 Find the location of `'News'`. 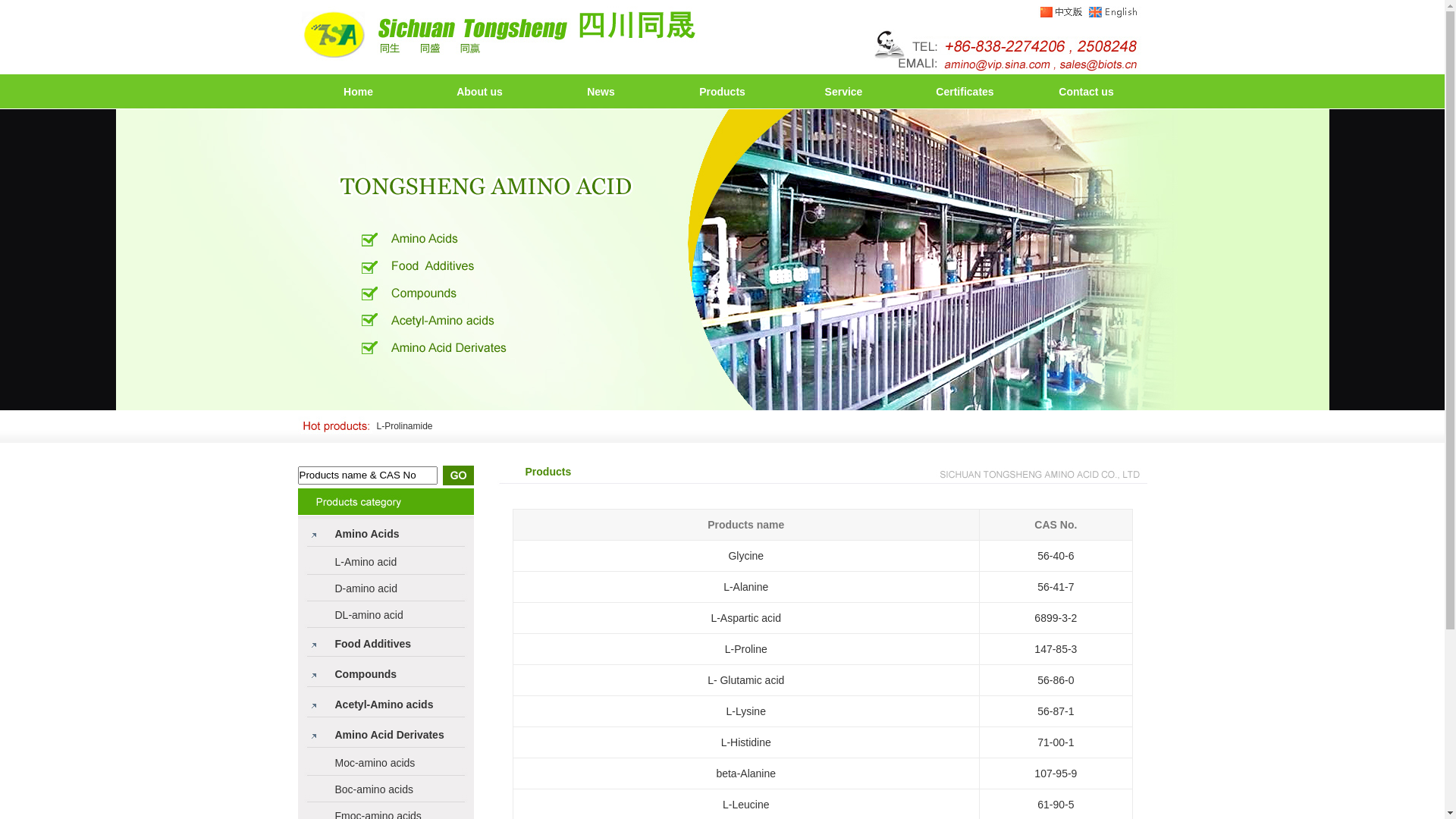

'News' is located at coordinates (585, 91).